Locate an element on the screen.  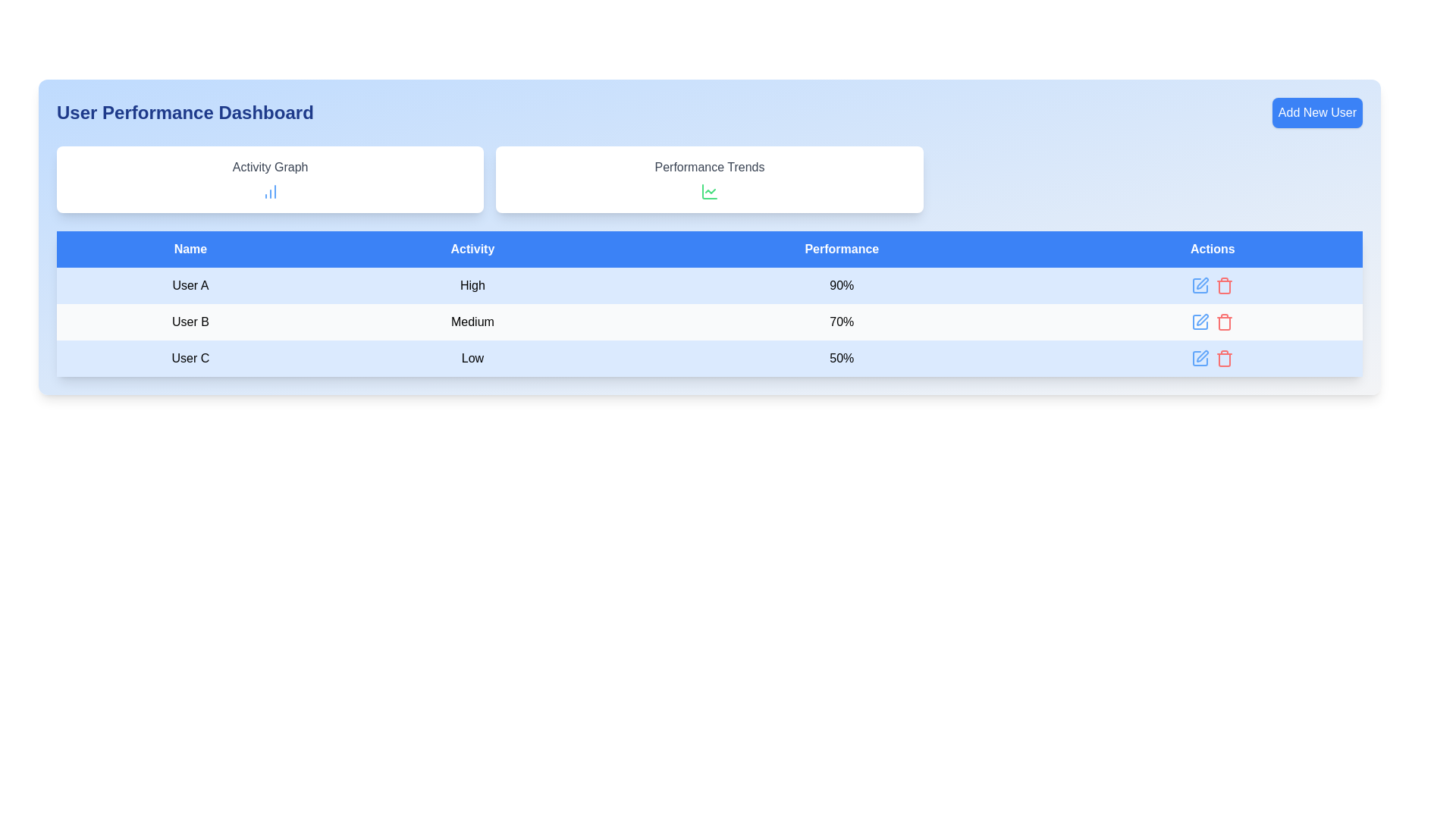
the delete button located in the 'Actions' column of the first row of the data table is located at coordinates (1225, 286).